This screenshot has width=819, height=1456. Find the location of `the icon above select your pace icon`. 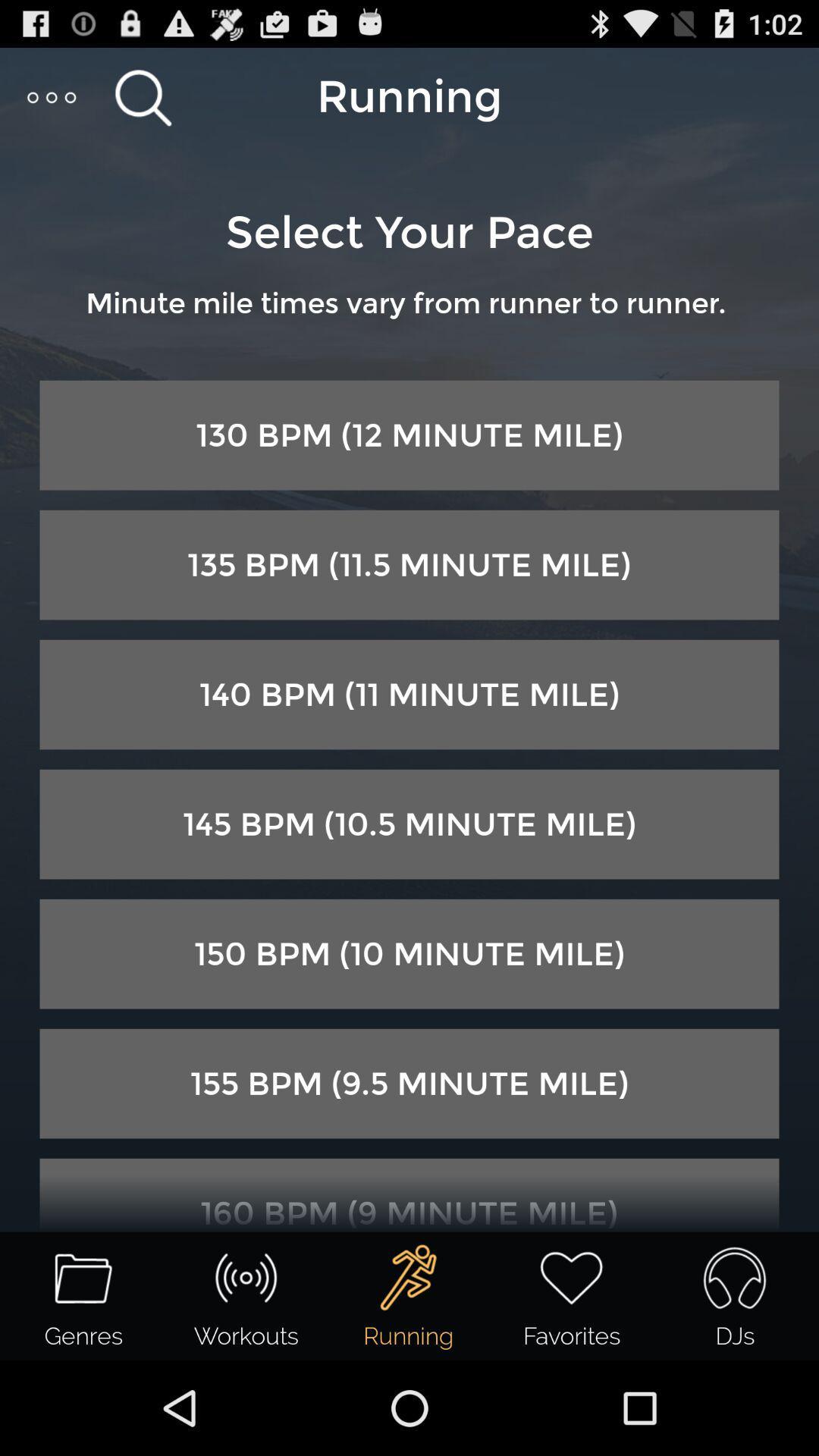

the icon above select your pace icon is located at coordinates (143, 96).